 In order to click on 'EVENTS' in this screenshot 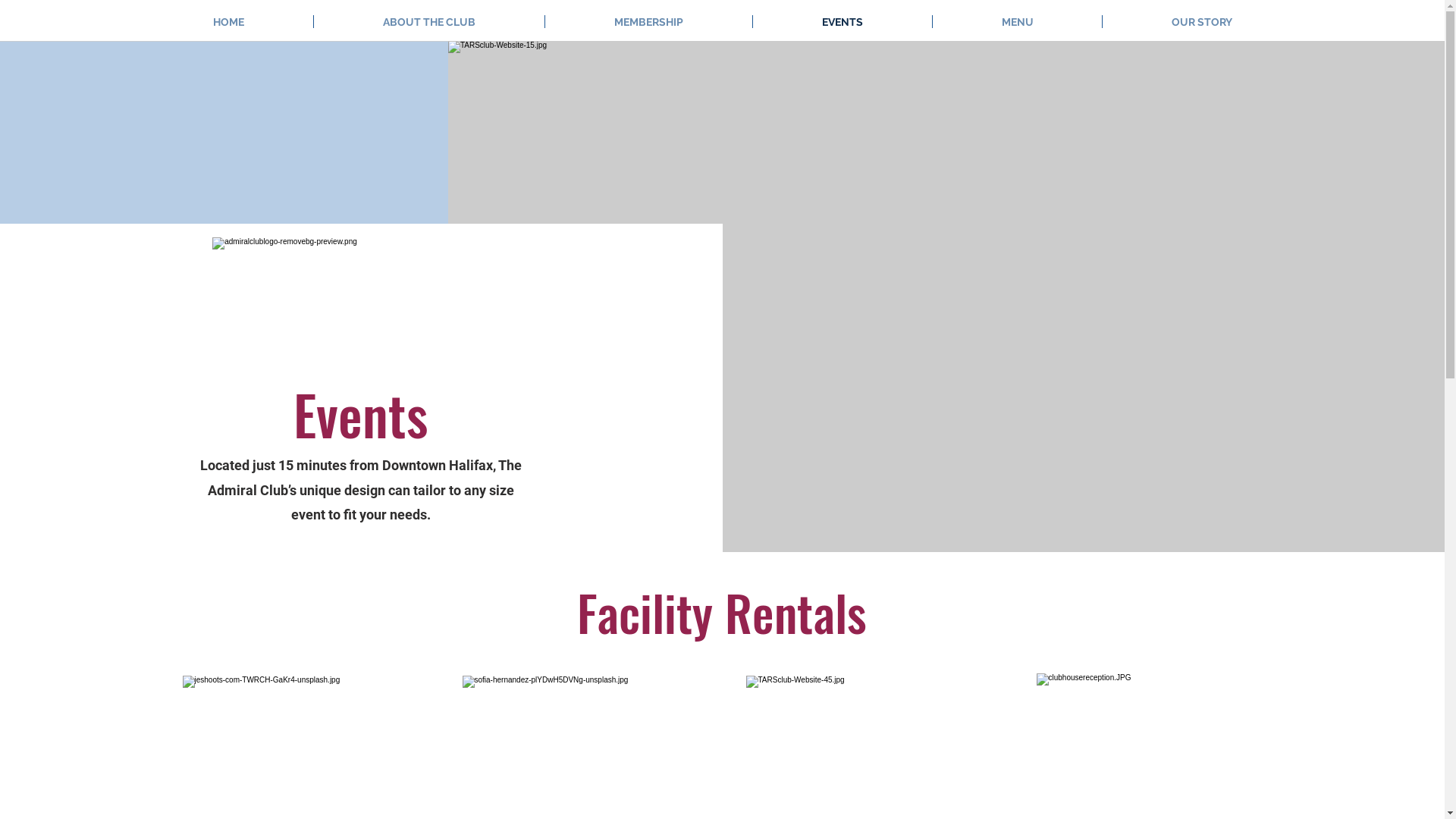, I will do `click(841, 21)`.